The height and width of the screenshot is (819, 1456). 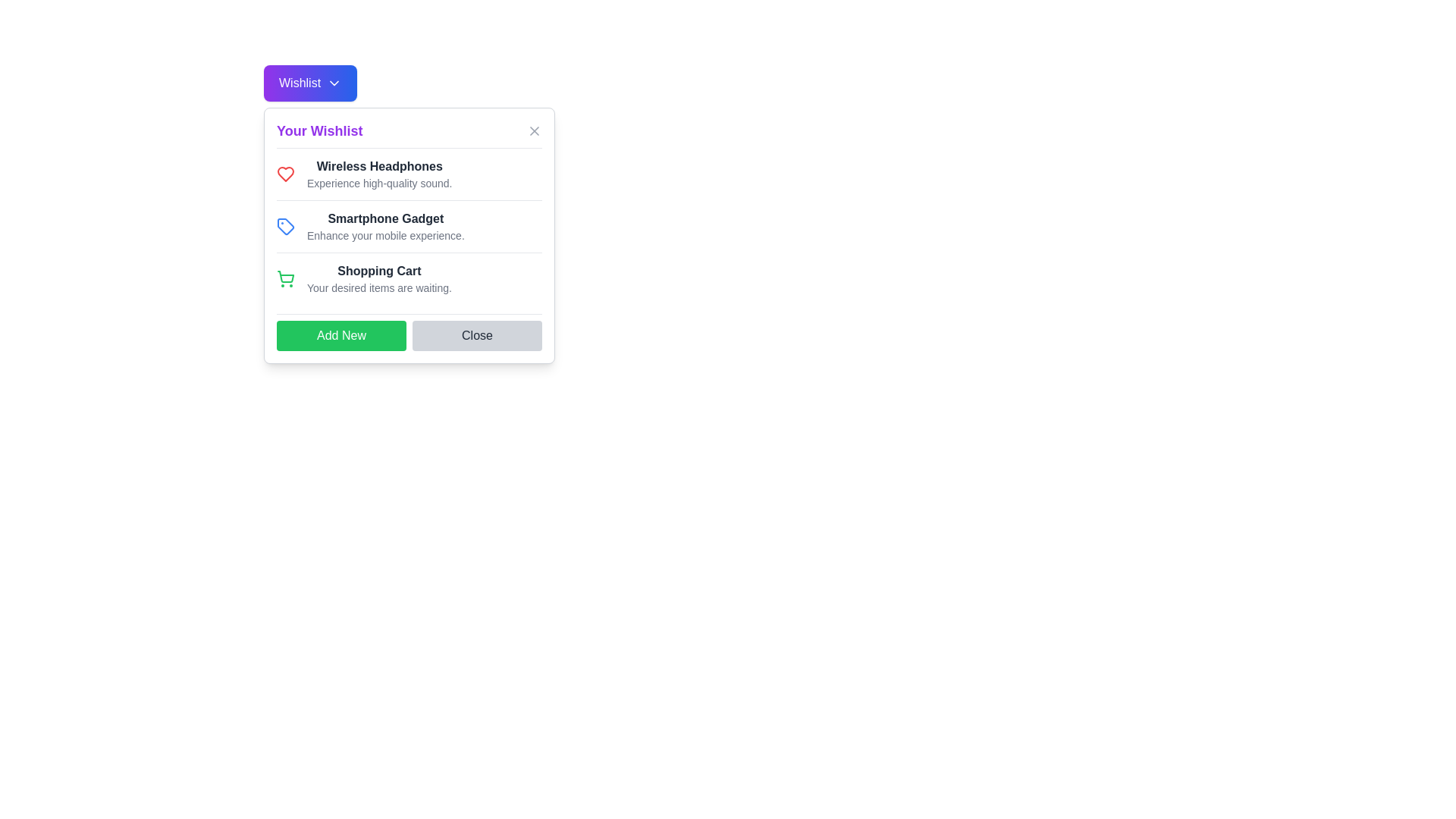 I want to click on the bold, dark gray text labeled 'Wireless Headphones' which is prominently displayed at the top-left corner of its white card interface, so click(x=379, y=166).